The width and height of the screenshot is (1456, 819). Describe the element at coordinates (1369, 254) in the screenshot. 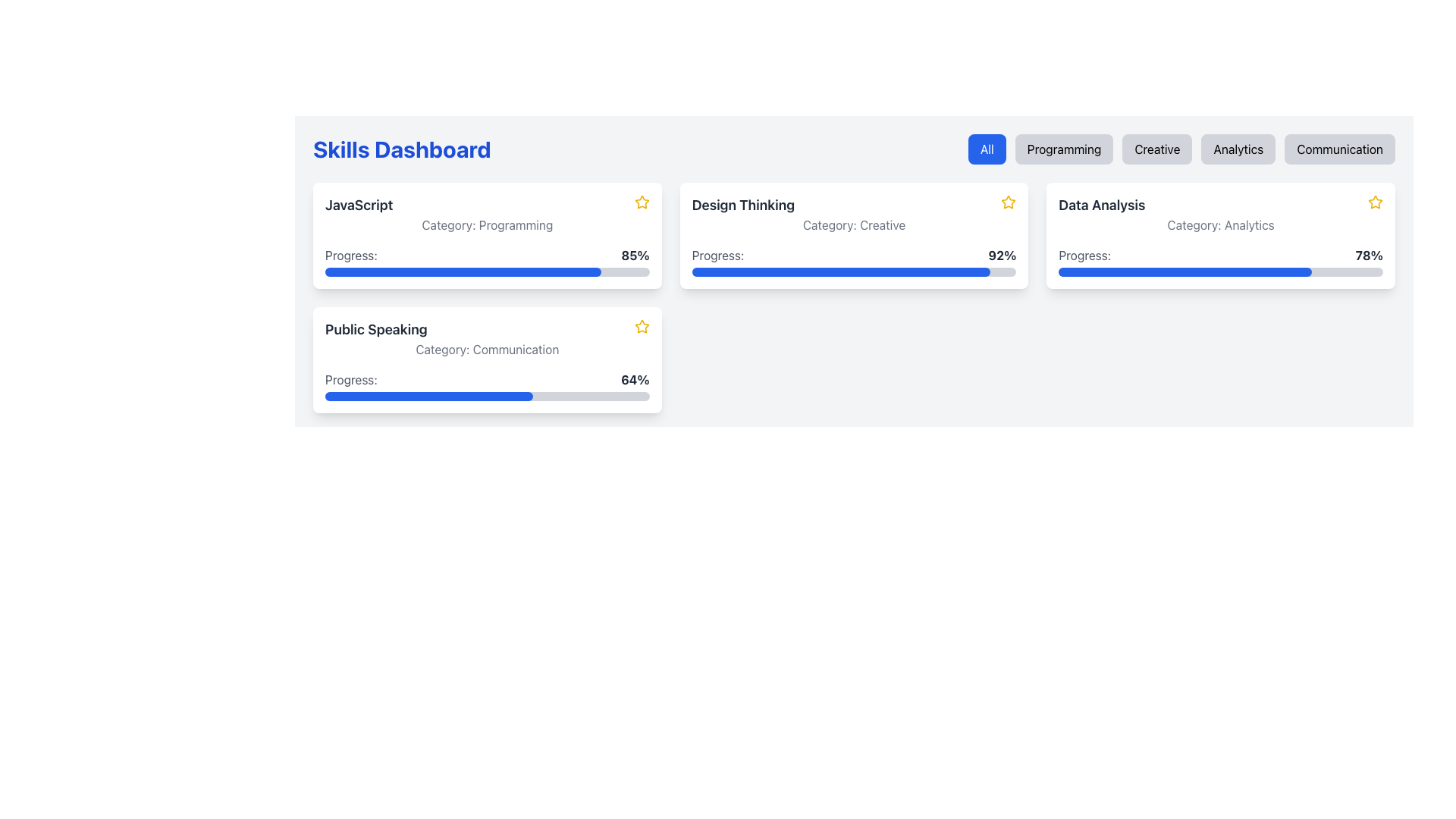

I see `the static text element displaying '78%' which is located within the 'Data Analysis' progress card, positioned to the right of the 'Progress:' text` at that location.